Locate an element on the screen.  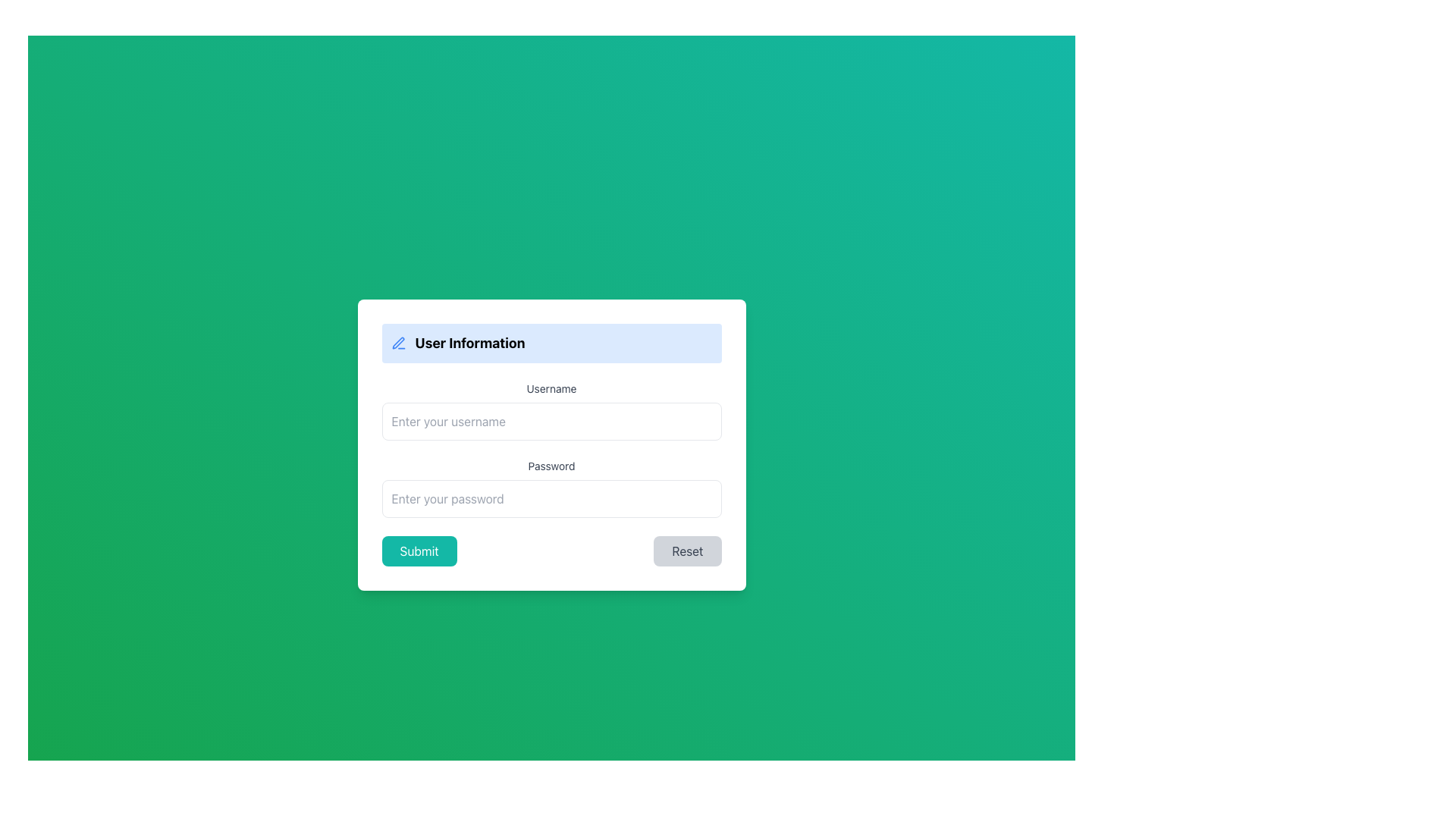
the 'Submit' button with a teal background and white text is located at coordinates (419, 551).